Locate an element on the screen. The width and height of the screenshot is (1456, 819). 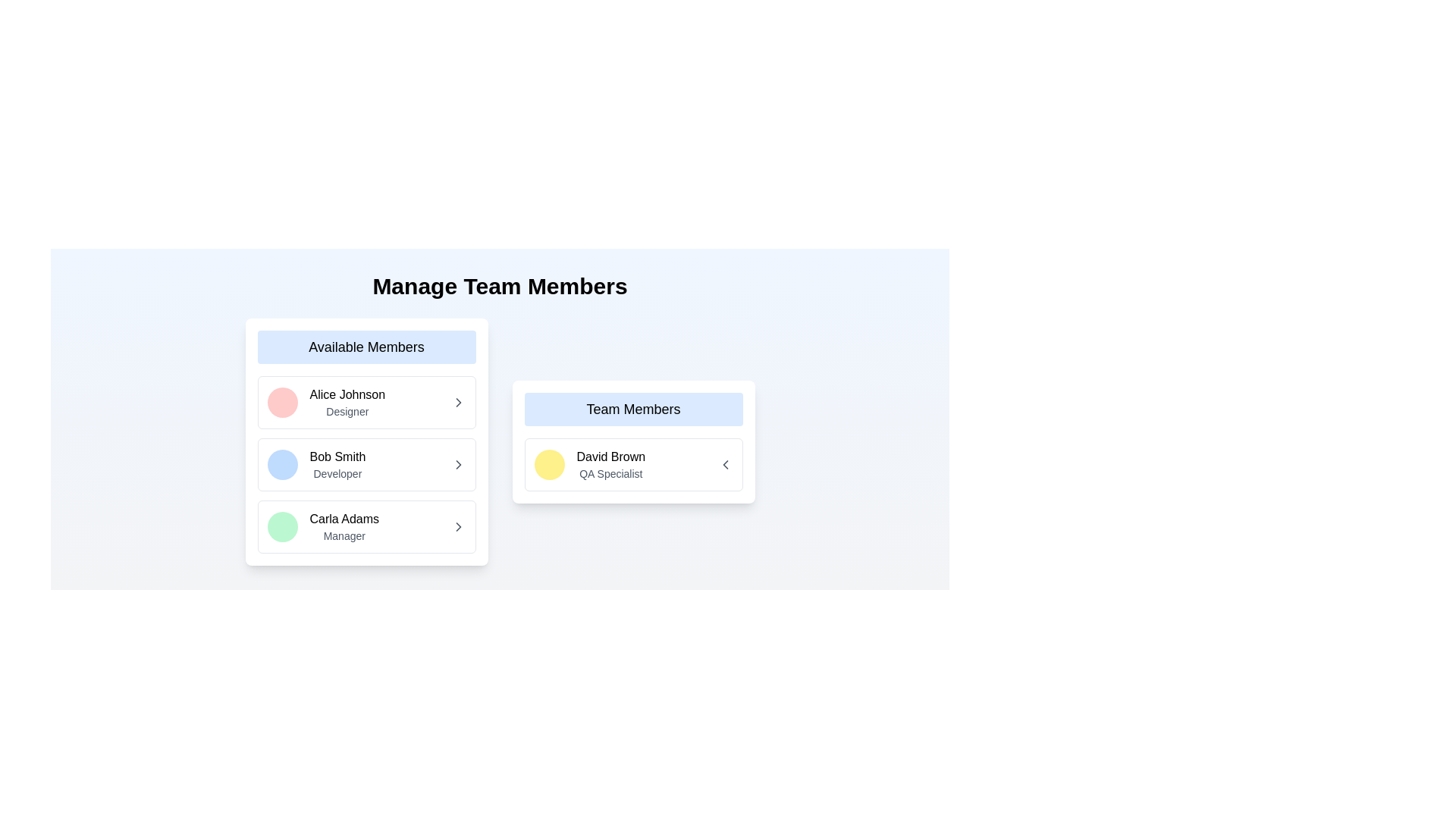
the static text label displaying 'Designer' located below the name 'Alice Johnson' in the 'Available Members' panel is located at coordinates (347, 412).